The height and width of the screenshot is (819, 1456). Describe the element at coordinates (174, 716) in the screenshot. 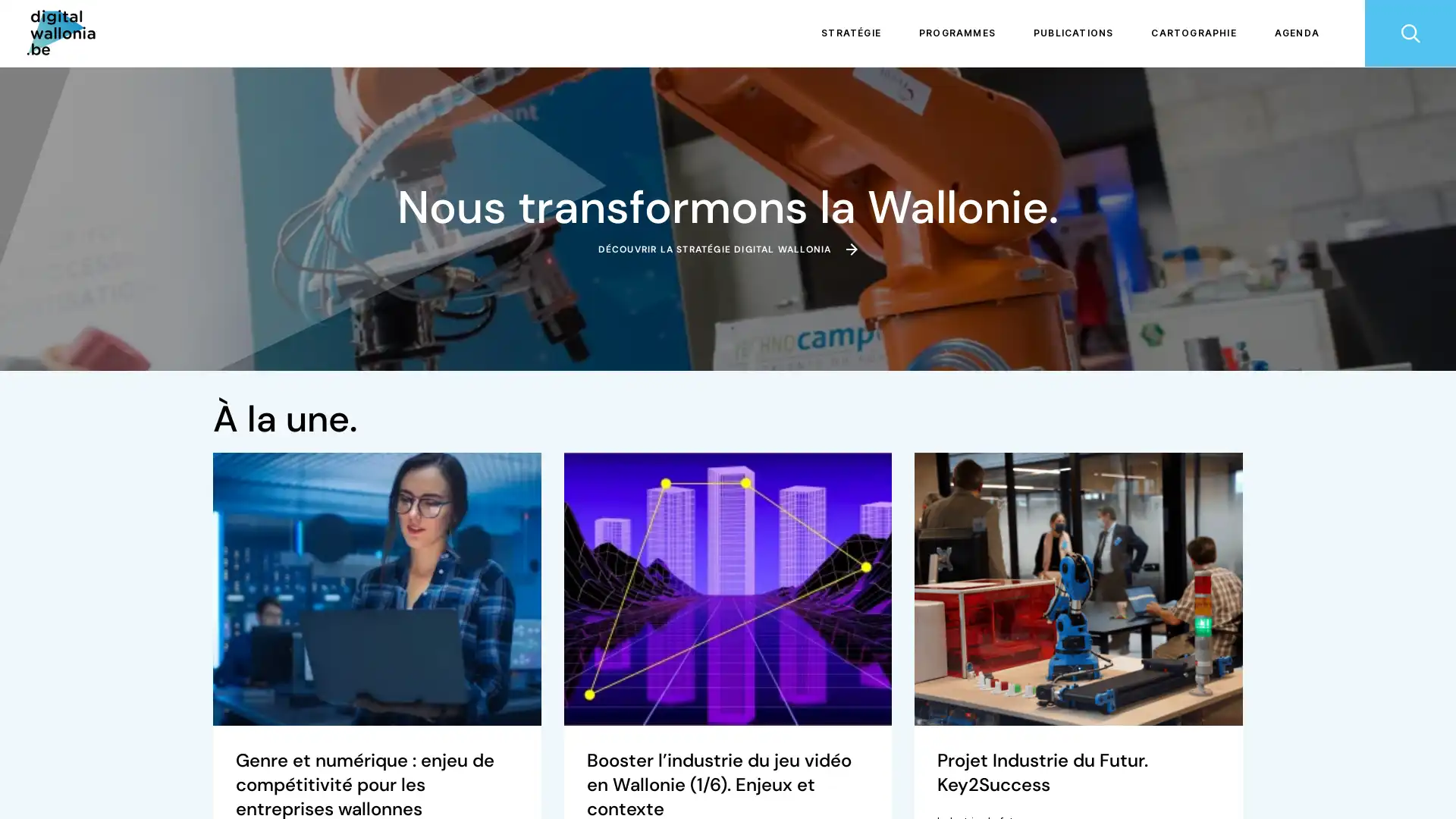

I see `Consentements certifies par` at that location.